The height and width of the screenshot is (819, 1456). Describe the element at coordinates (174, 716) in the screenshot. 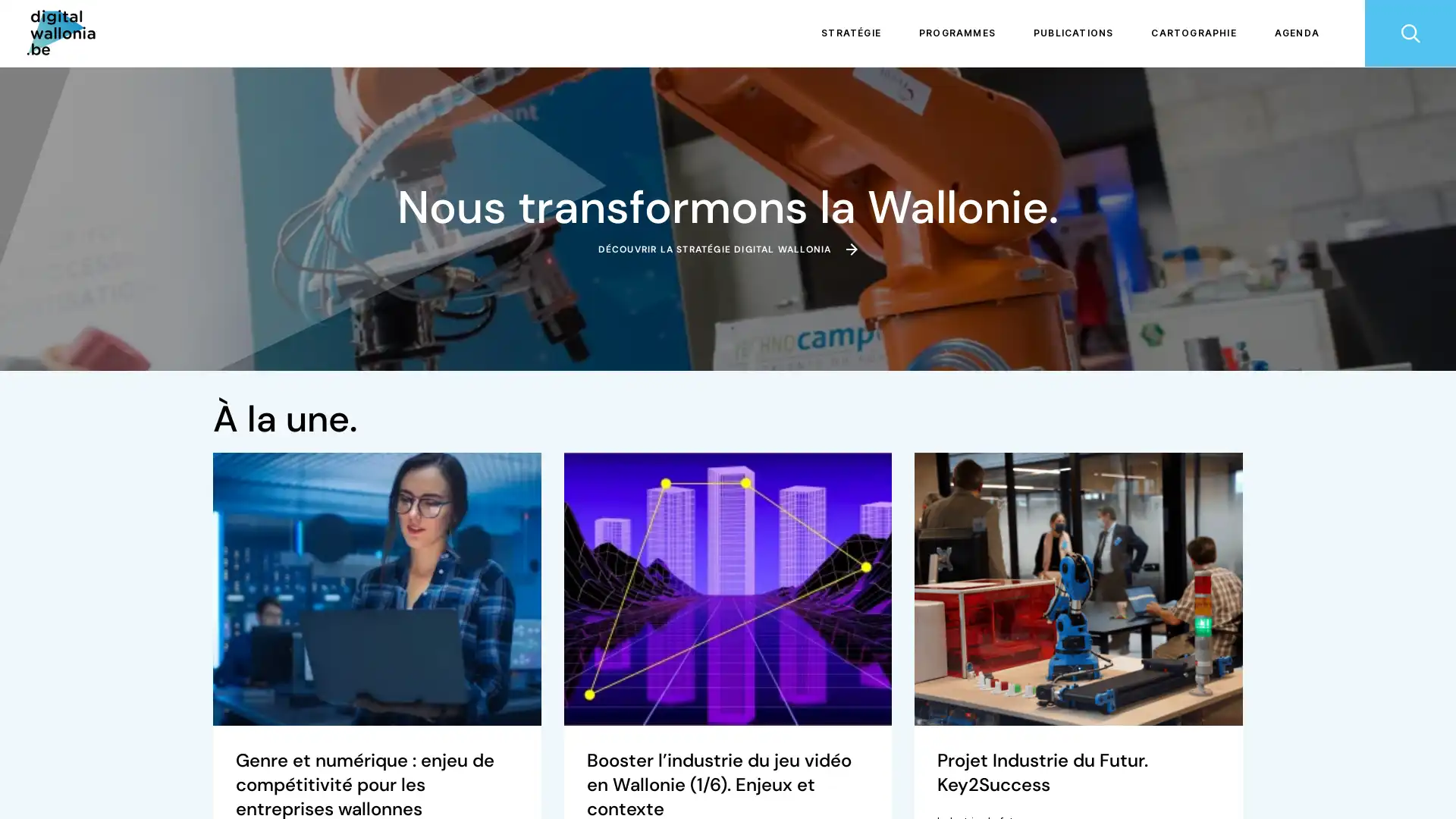

I see `Consentements certifies par` at that location.